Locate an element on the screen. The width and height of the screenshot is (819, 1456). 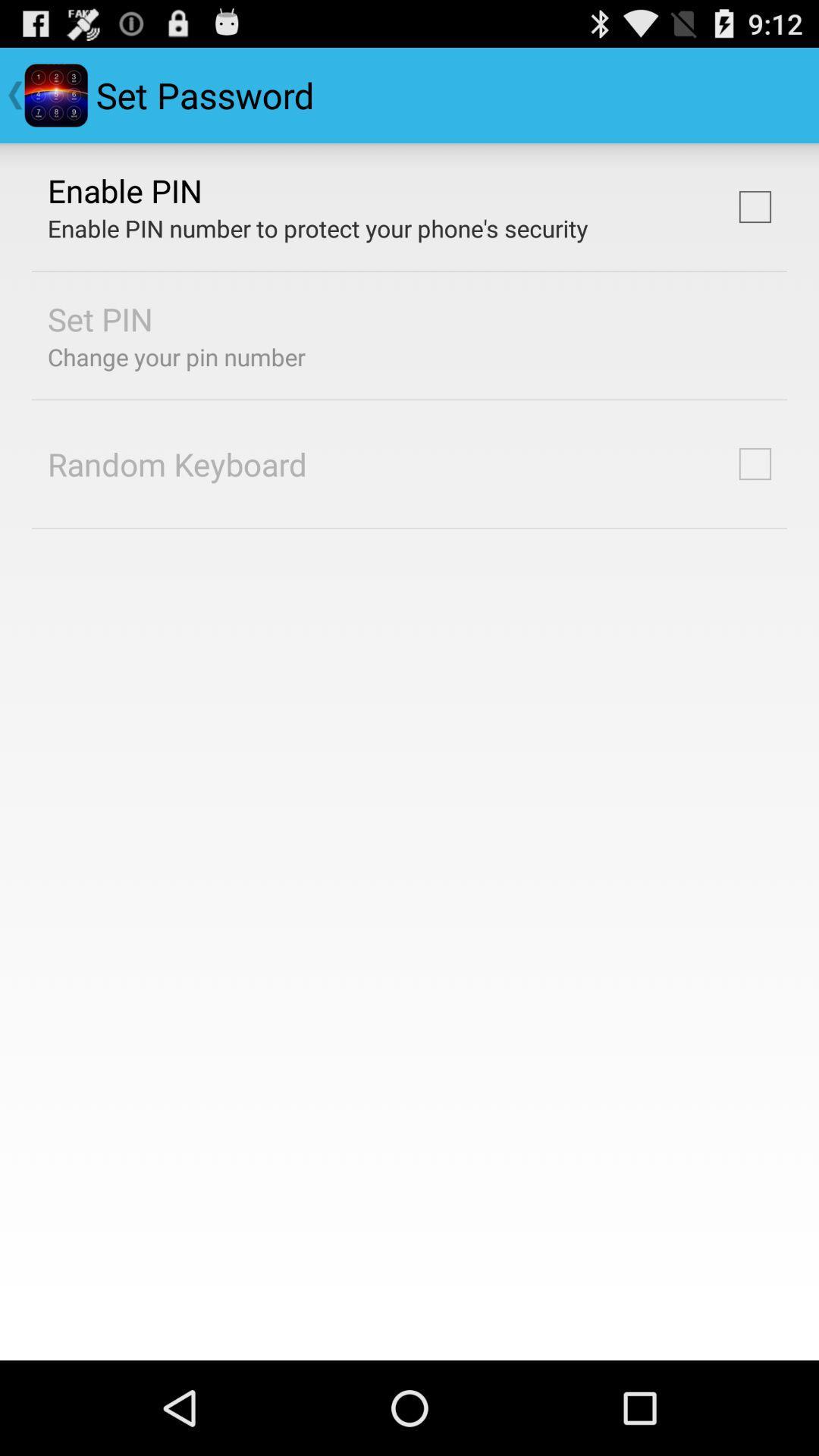
app below the enable pin number item is located at coordinates (100, 318).